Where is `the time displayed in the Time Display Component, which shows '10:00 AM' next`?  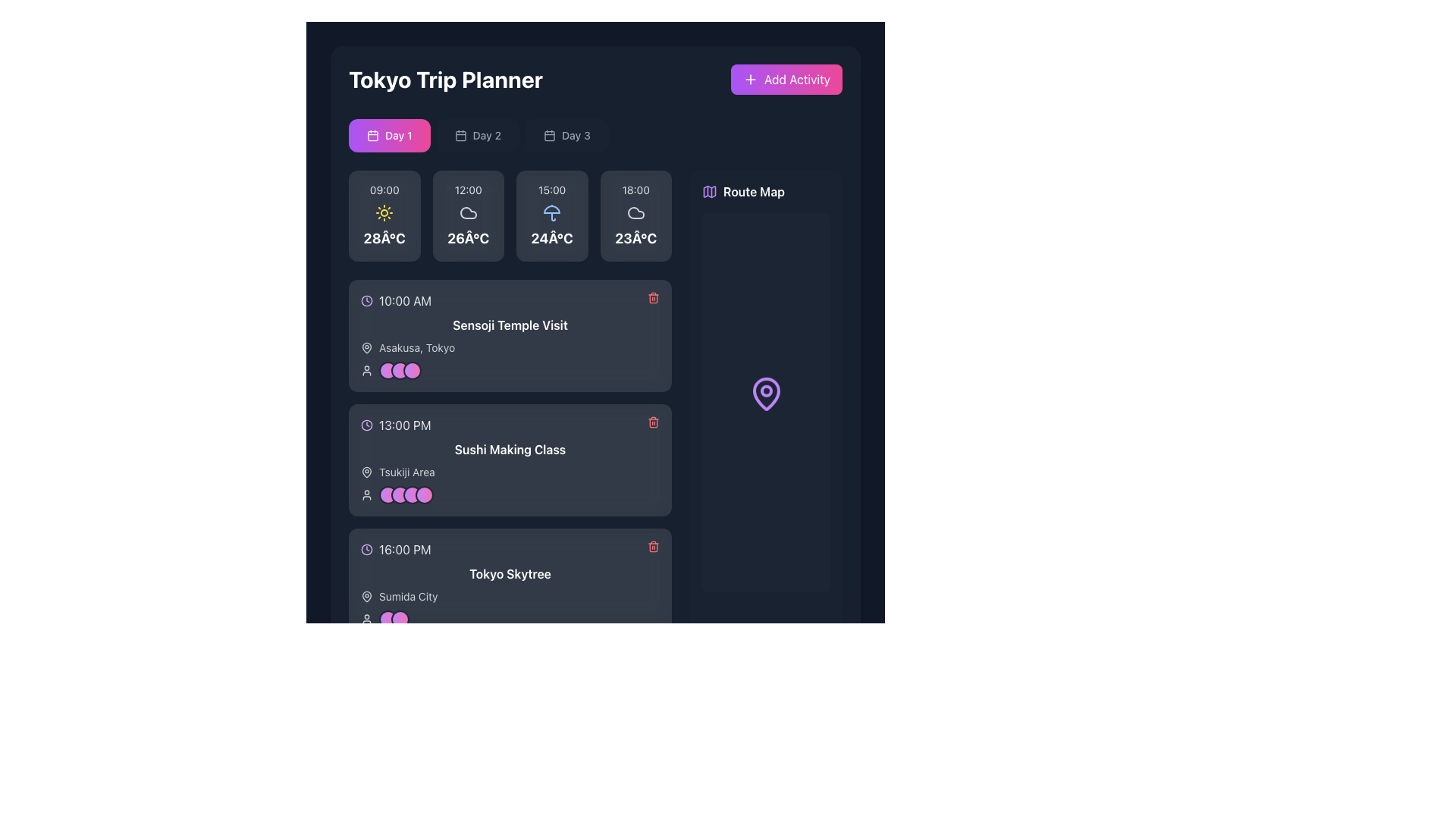
the time displayed in the Time Display Component, which shows '10:00 AM' next is located at coordinates (396, 301).